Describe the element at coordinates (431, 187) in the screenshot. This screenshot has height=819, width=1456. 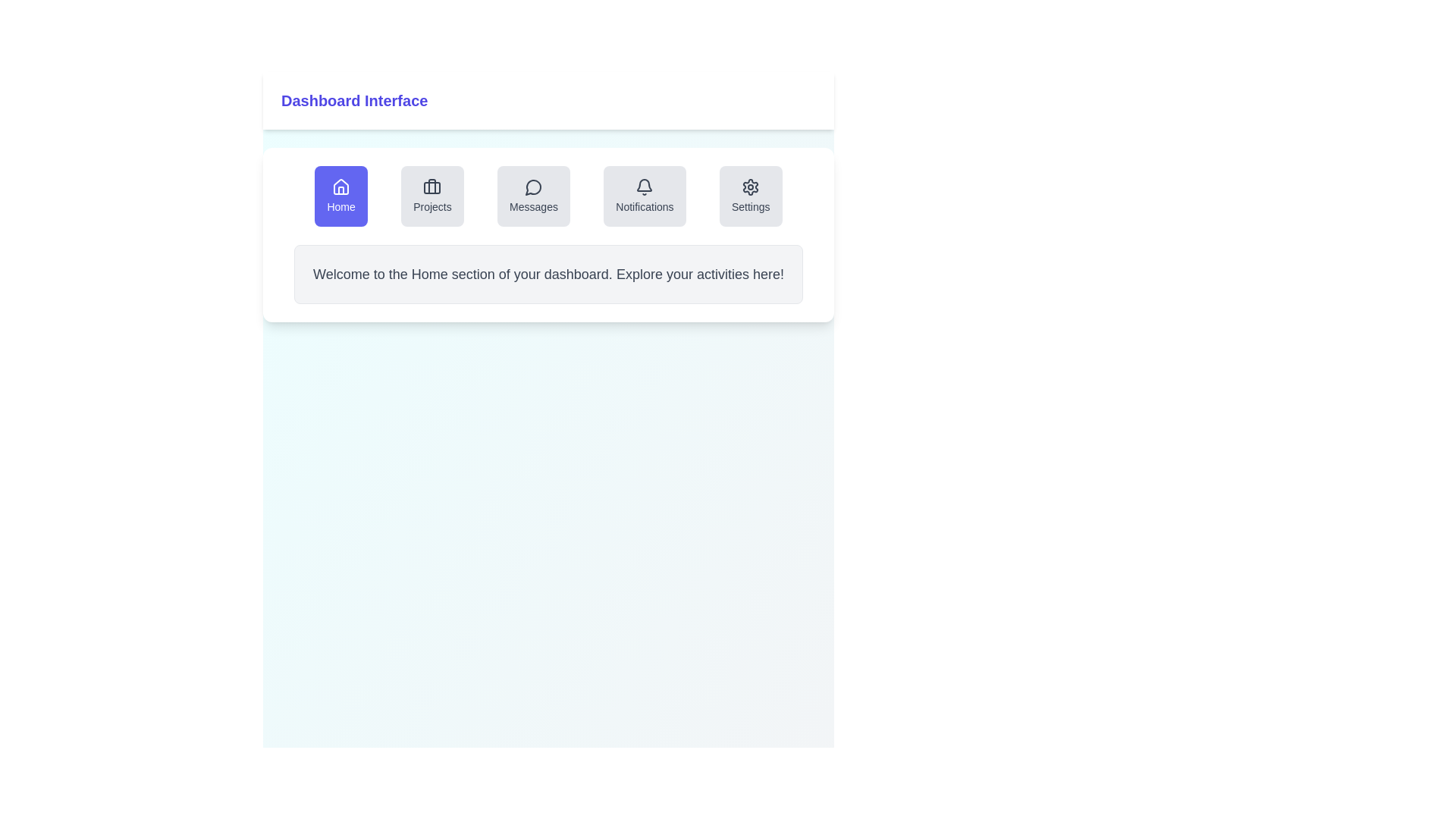
I see `the graphical element represented by a light-colored, horizontally elongated rectangle with rounded corners, which is part of a suitcase or briefcase icon located second in a row of five icons below the 'Projects' label` at that location.